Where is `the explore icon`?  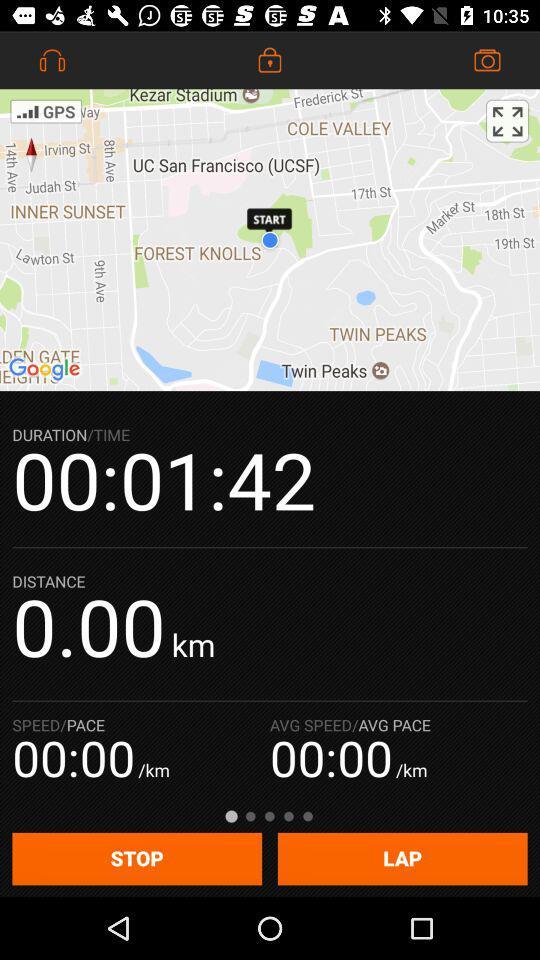
the explore icon is located at coordinates (30, 153).